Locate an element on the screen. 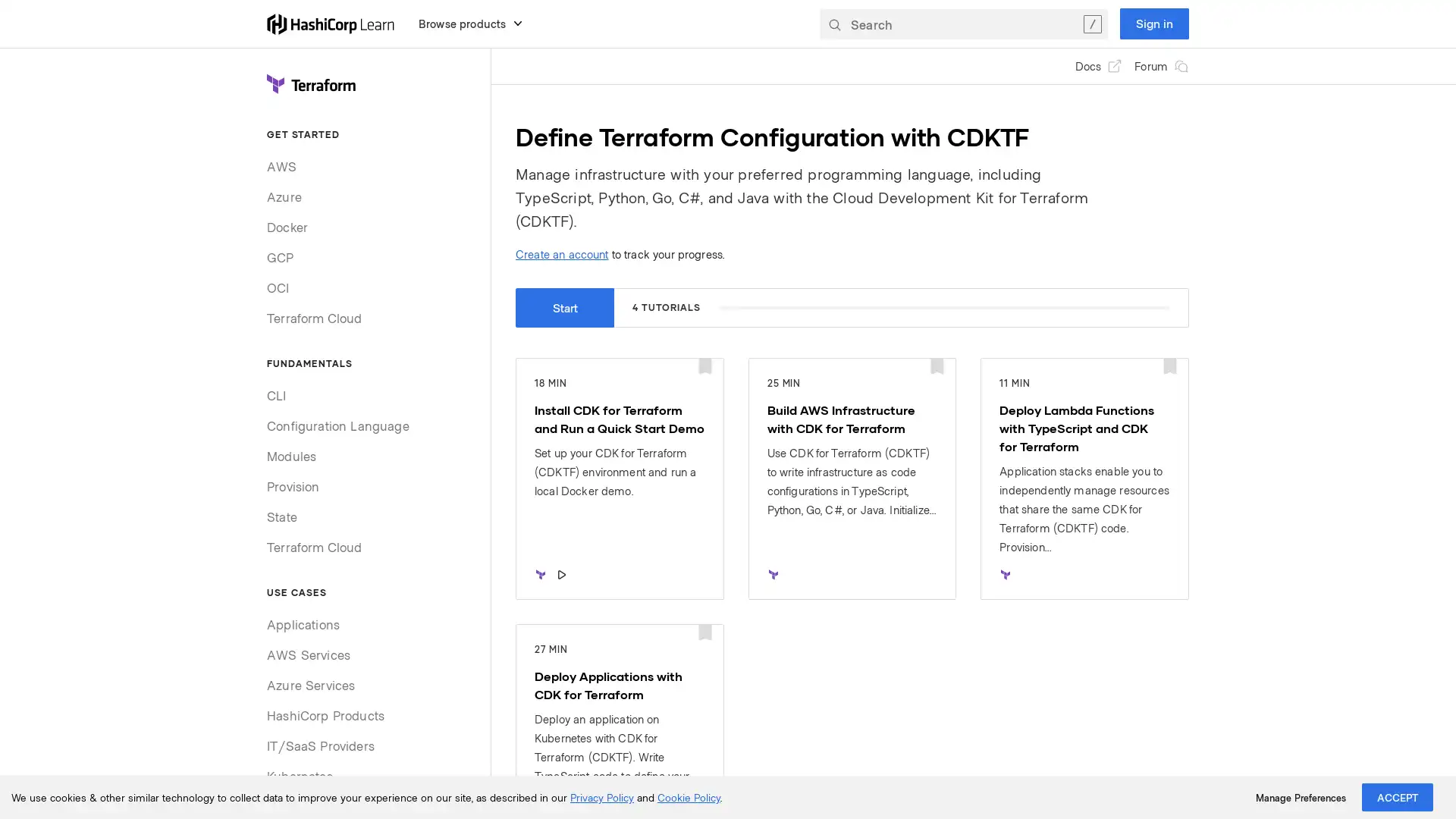 The image size is (1456, 819). ACCEPT is located at coordinates (1397, 796).